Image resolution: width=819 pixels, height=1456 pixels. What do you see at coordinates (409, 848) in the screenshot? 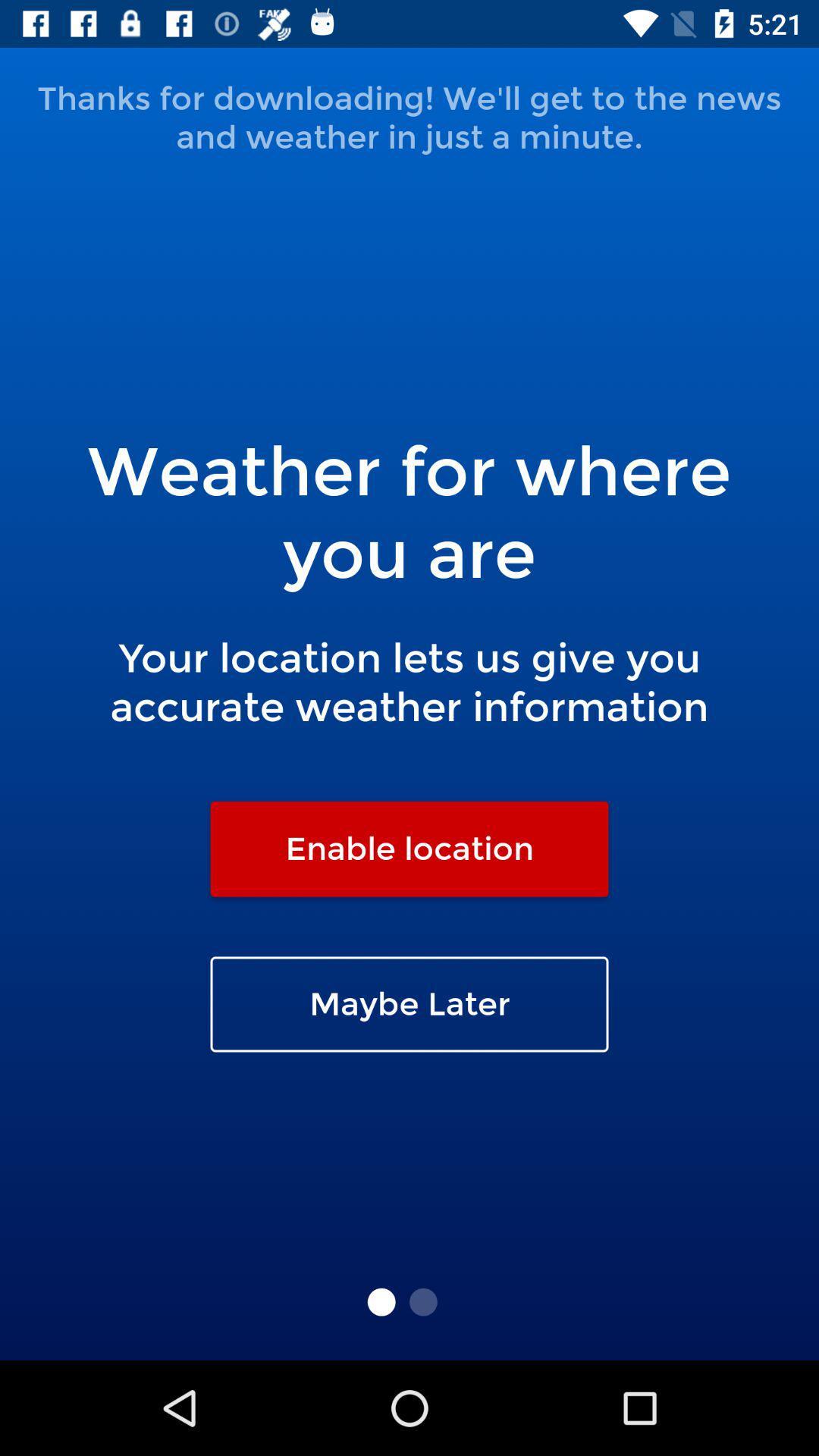
I see `the enable location item` at bounding box center [409, 848].